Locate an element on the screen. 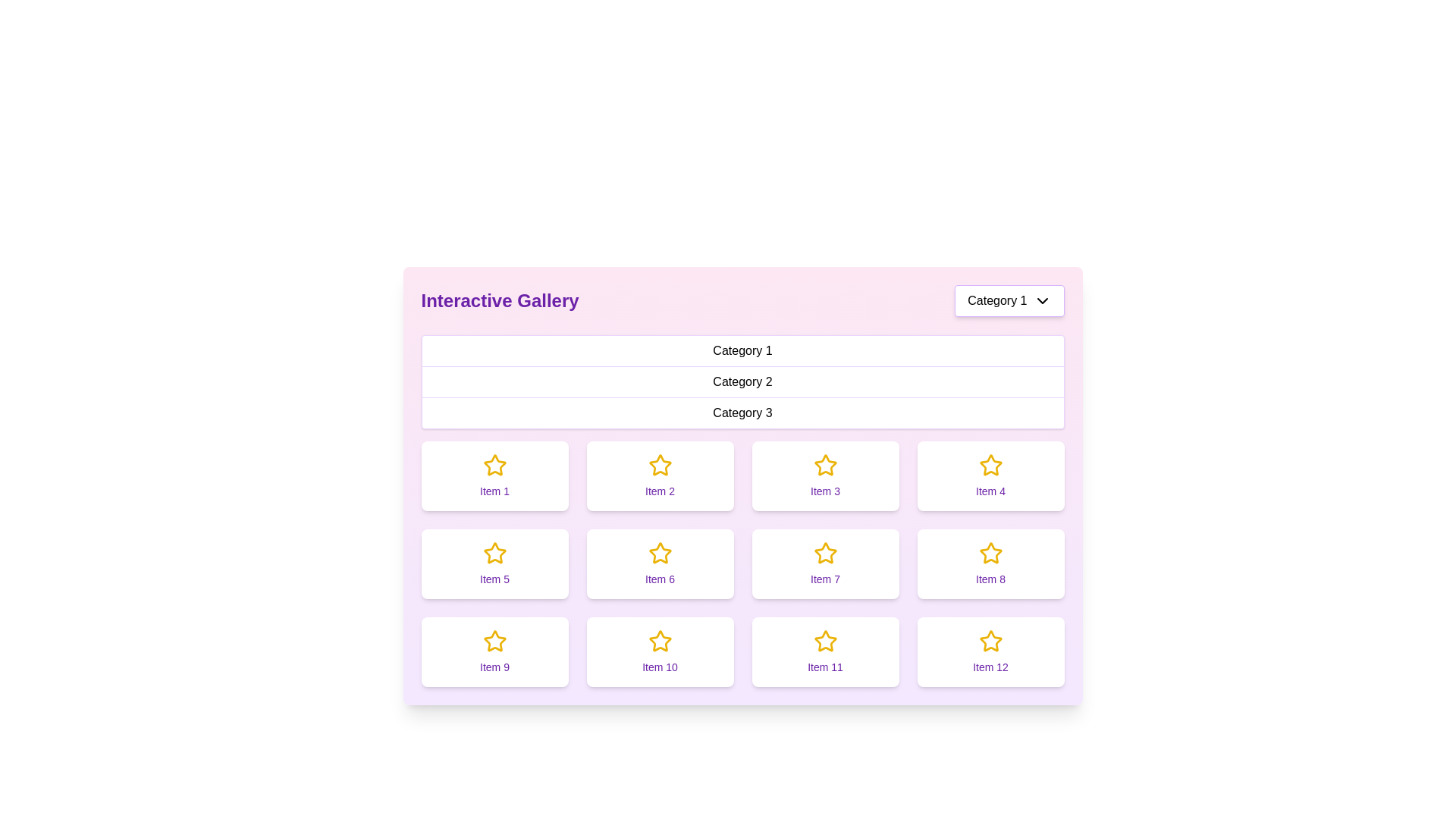  the display card component representing 'Item 12' in the grid layout, located in the 4th column of the 3rd row is located at coordinates (990, 651).